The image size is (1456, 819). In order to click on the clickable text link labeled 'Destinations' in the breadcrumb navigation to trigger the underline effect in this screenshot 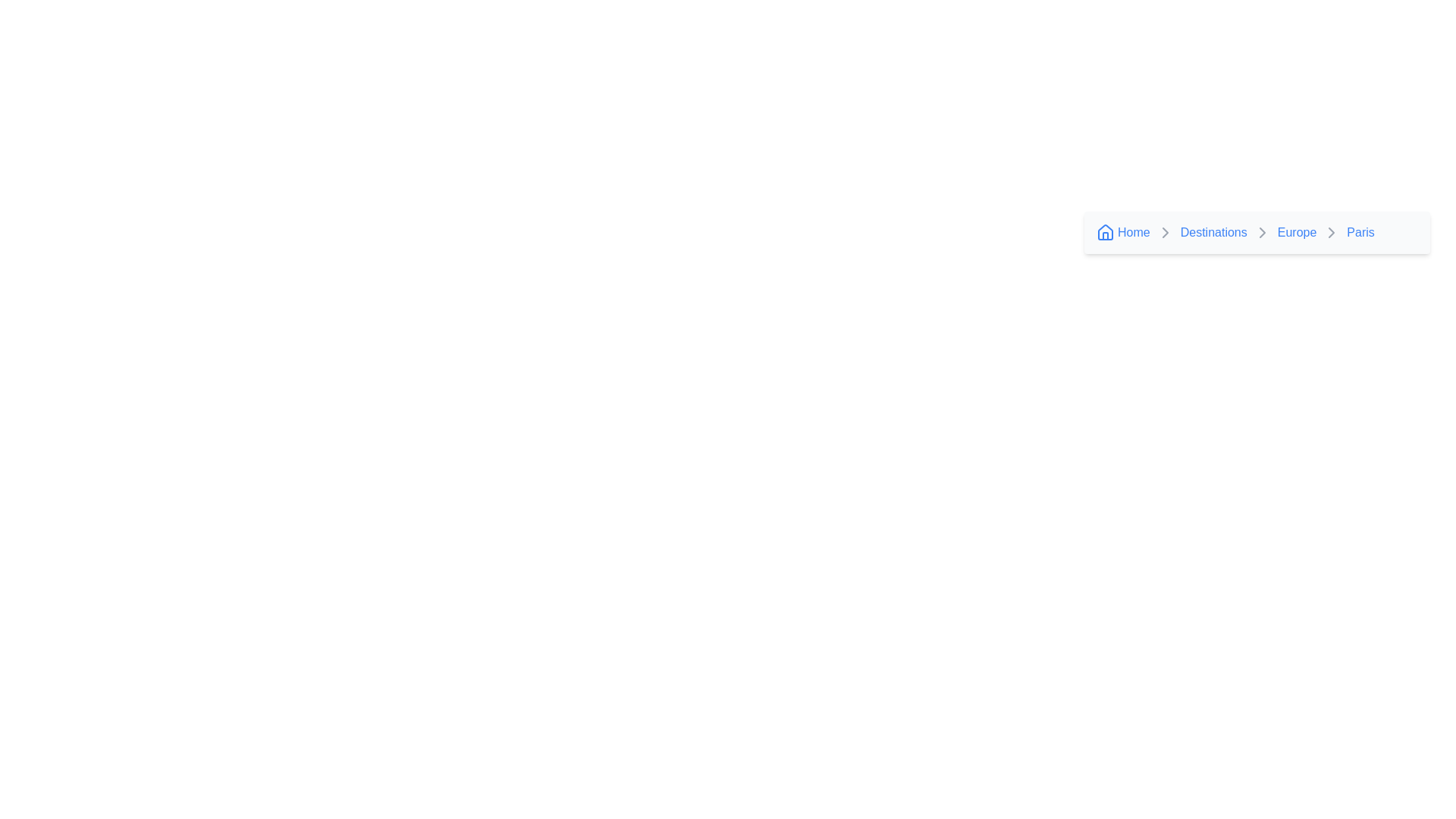, I will do `click(1228, 233)`.